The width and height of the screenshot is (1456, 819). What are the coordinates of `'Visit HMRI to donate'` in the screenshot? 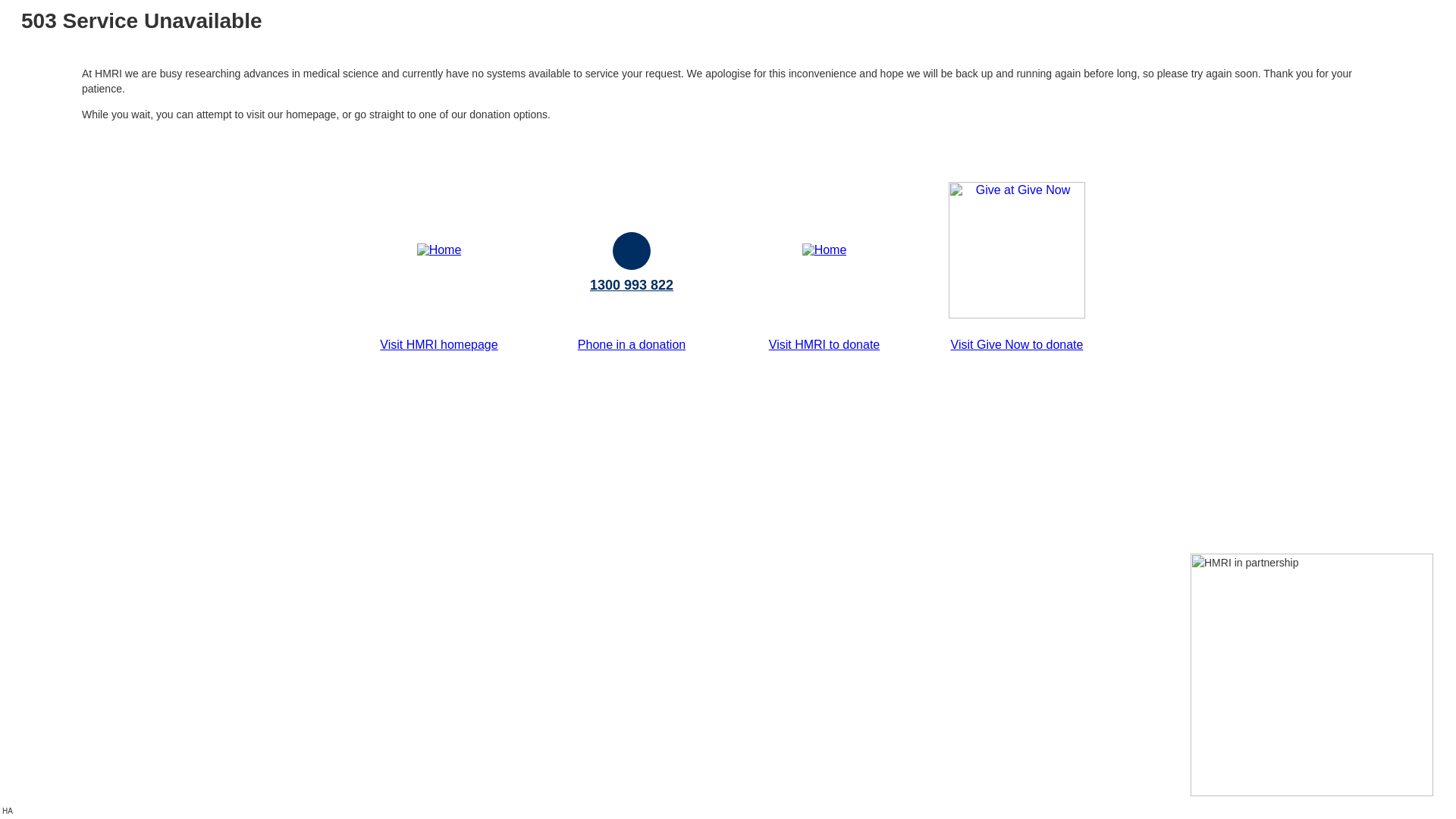 It's located at (768, 344).